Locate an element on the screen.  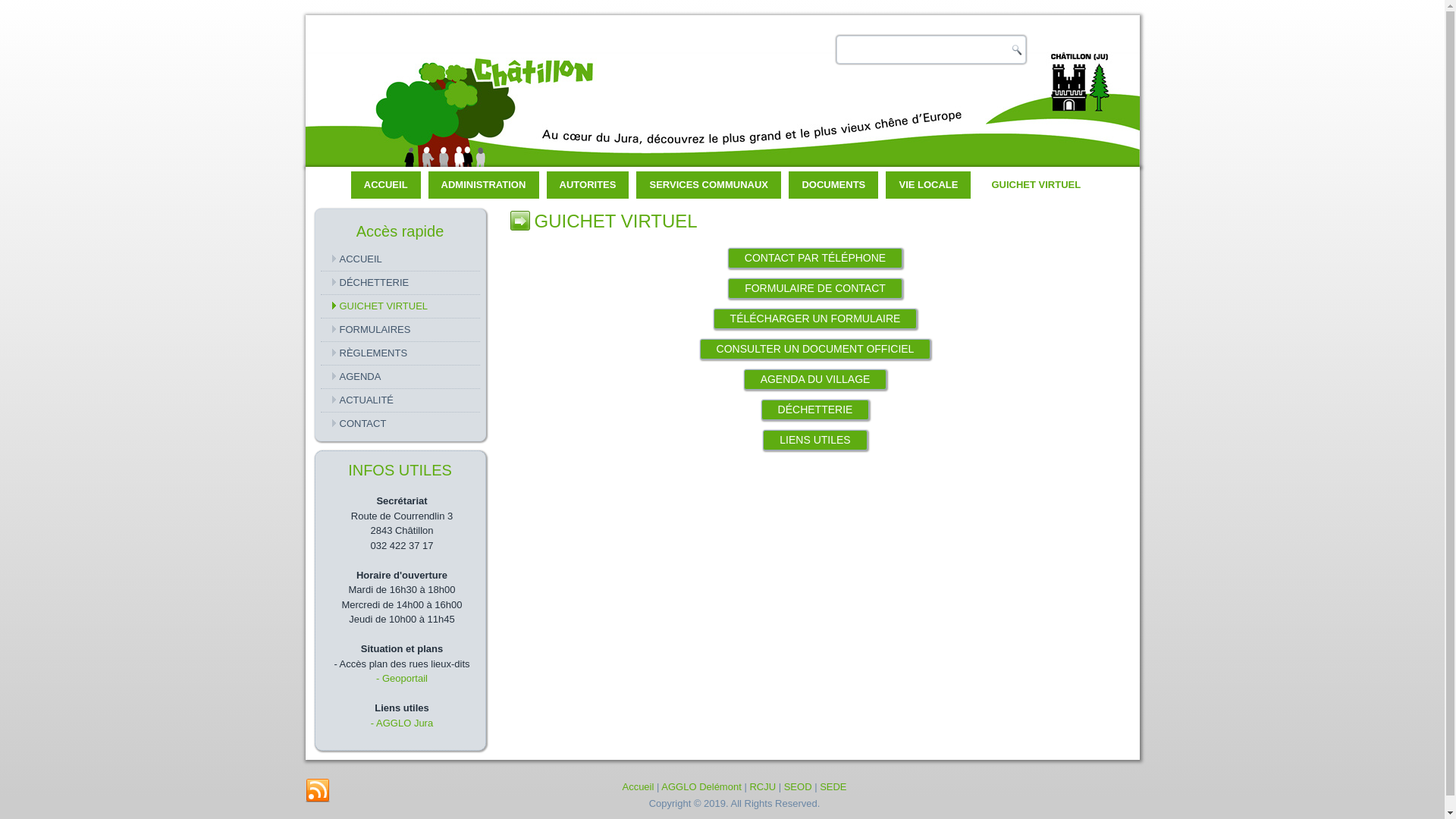
'FORMULAIRES' is located at coordinates (400, 329).